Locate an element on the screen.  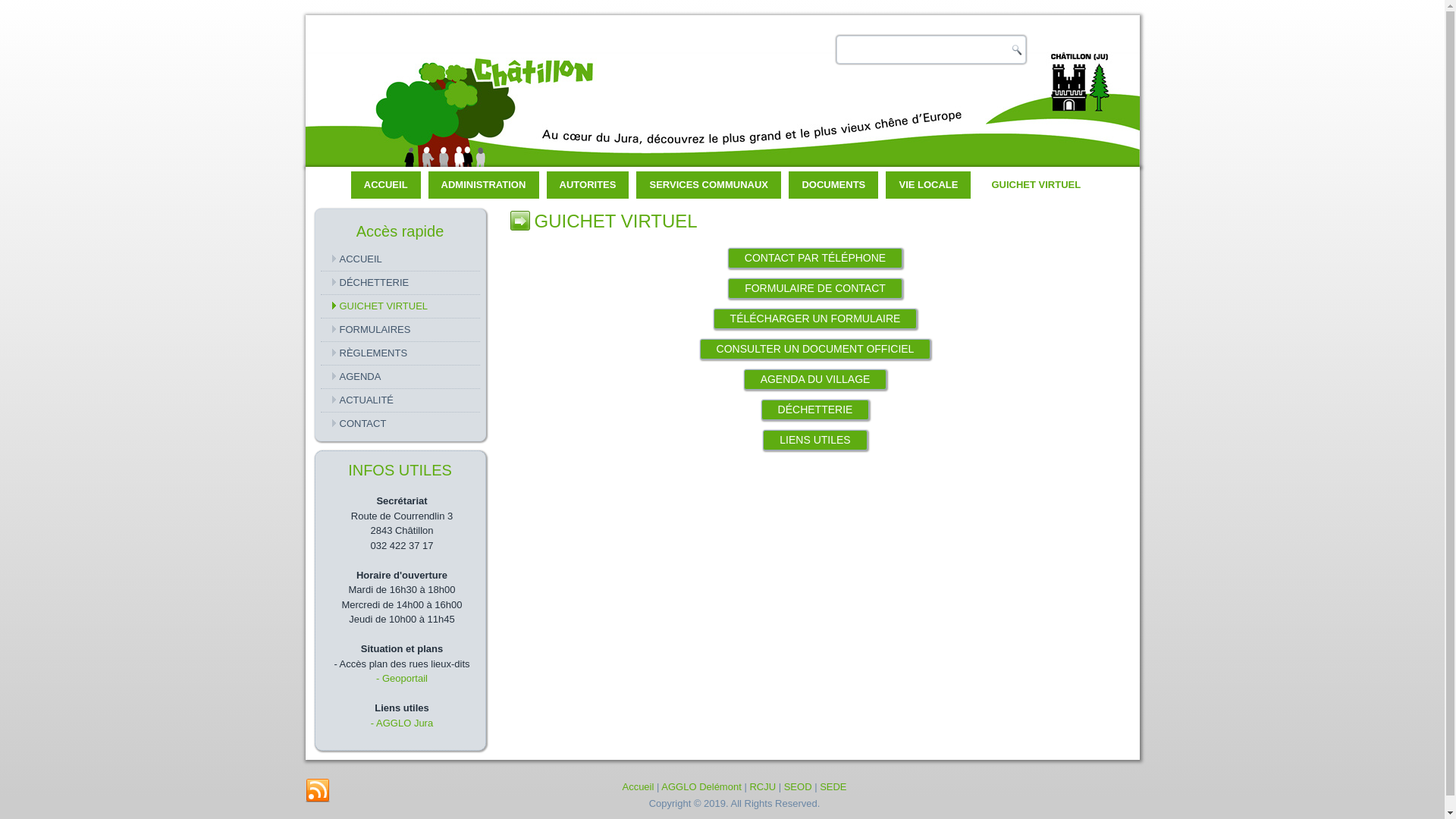
'FORMULAIRES' is located at coordinates (400, 329).